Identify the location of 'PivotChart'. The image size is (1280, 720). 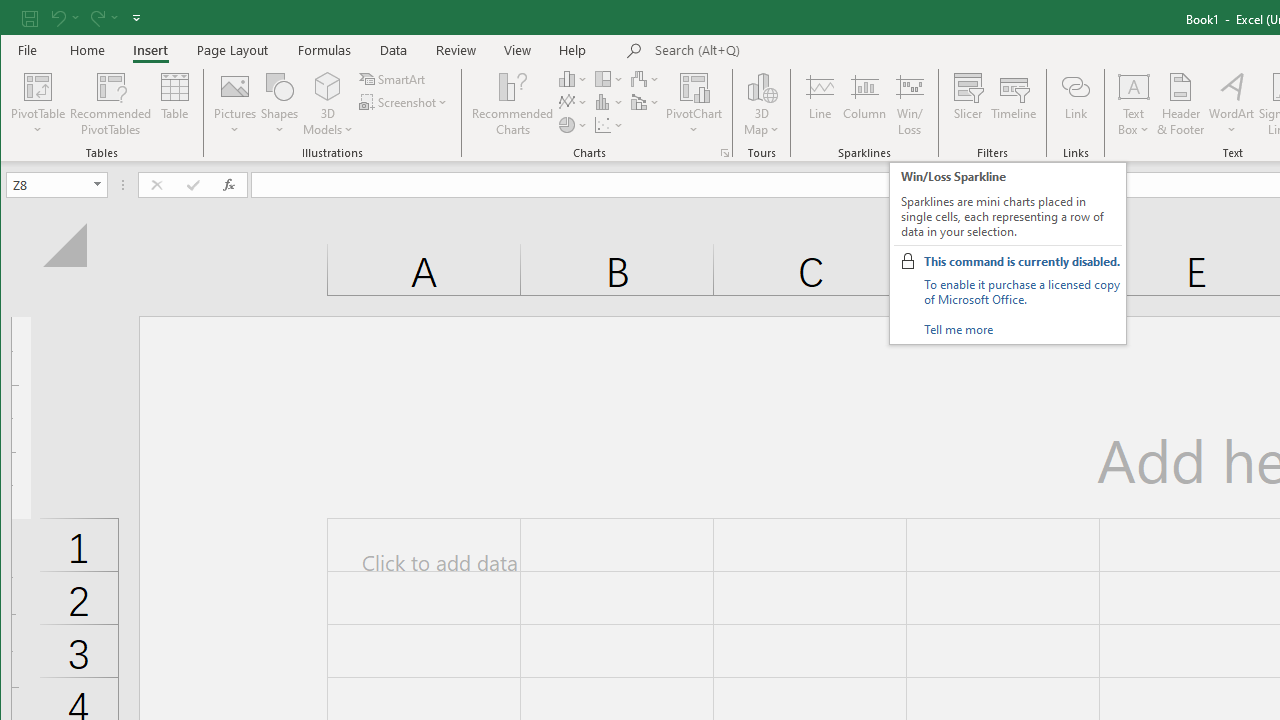
(694, 85).